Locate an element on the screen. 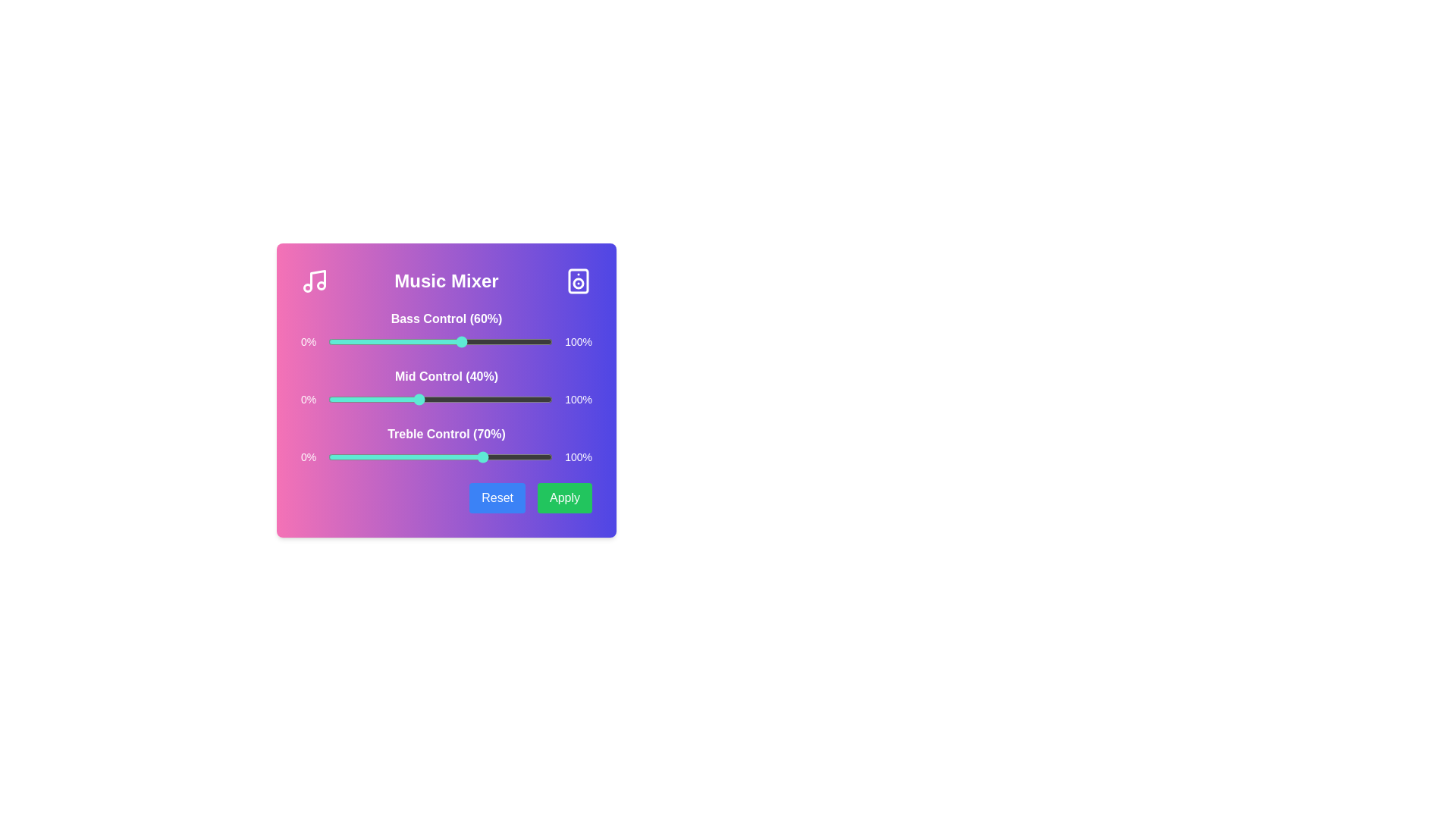 This screenshot has width=1456, height=819. the mid control slider to 35% is located at coordinates (406, 399).